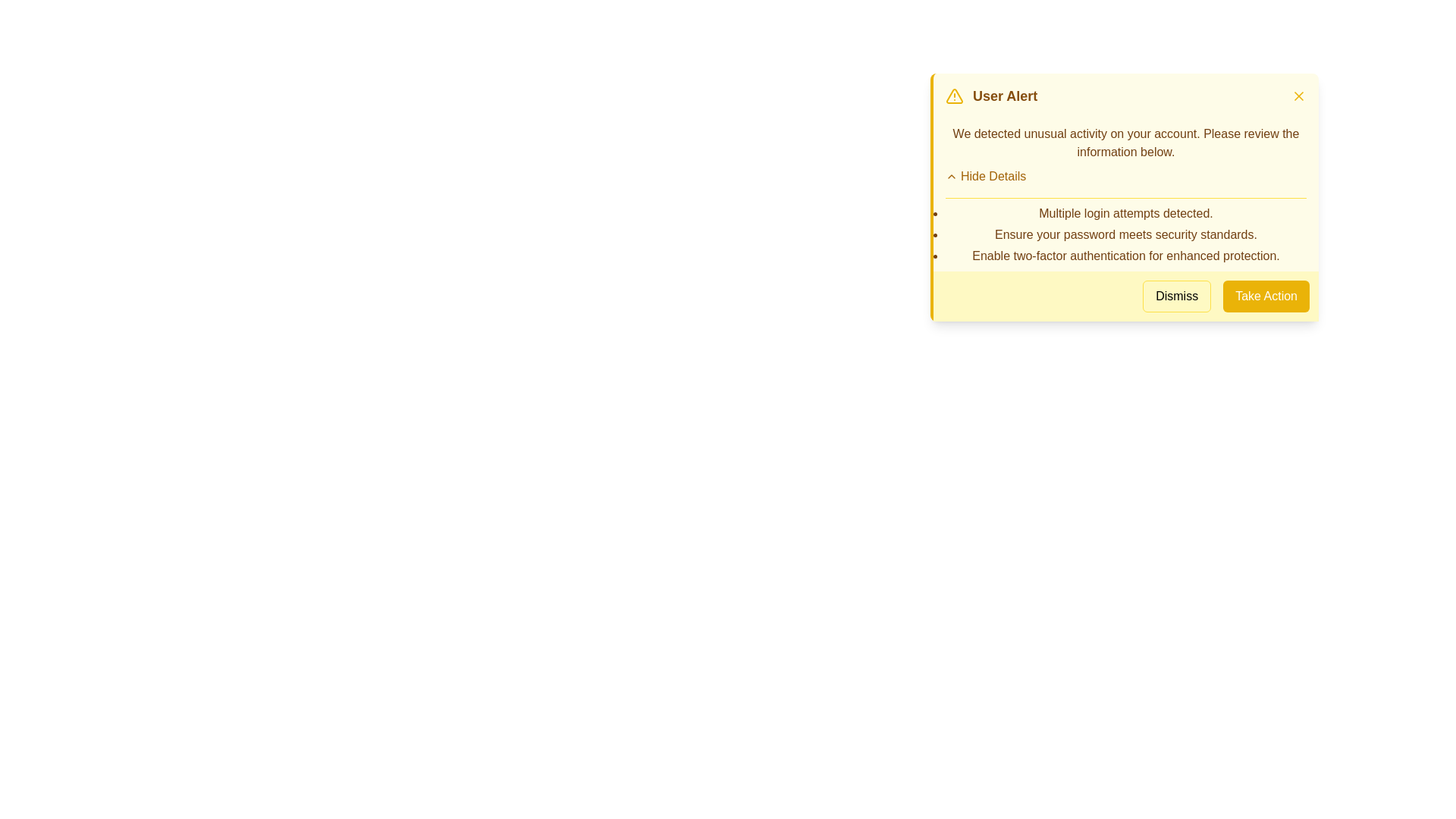  What do you see at coordinates (950, 175) in the screenshot?
I see `the Chevron Down icon located to the left of the 'Hide Details' text to potentially display a tooltip` at bounding box center [950, 175].